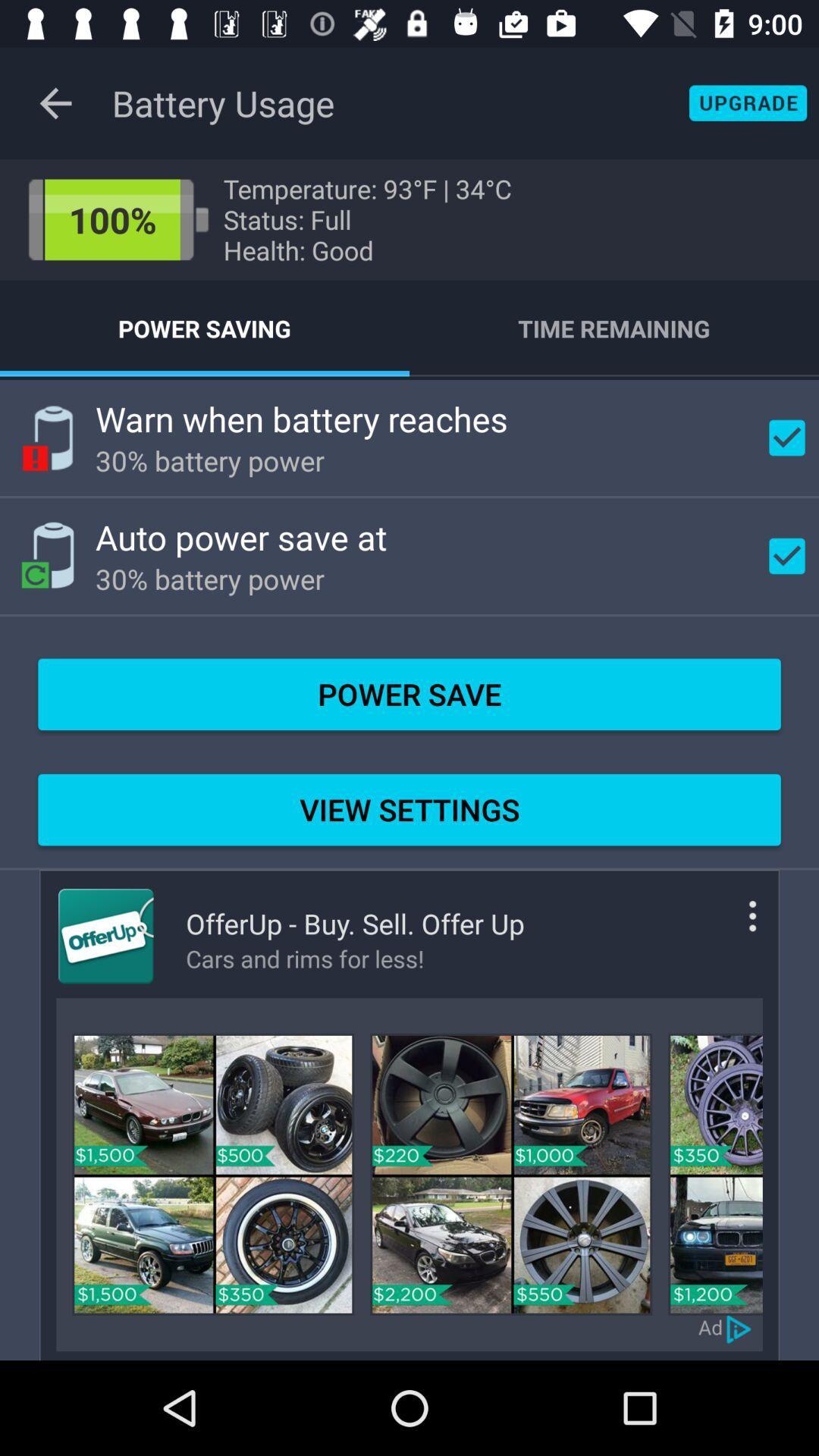 The height and width of the screenshot is (1456, 819). Describe the element at coordinates (739, 1326) in the screenshot. I see `switch autoplay option` at that location.